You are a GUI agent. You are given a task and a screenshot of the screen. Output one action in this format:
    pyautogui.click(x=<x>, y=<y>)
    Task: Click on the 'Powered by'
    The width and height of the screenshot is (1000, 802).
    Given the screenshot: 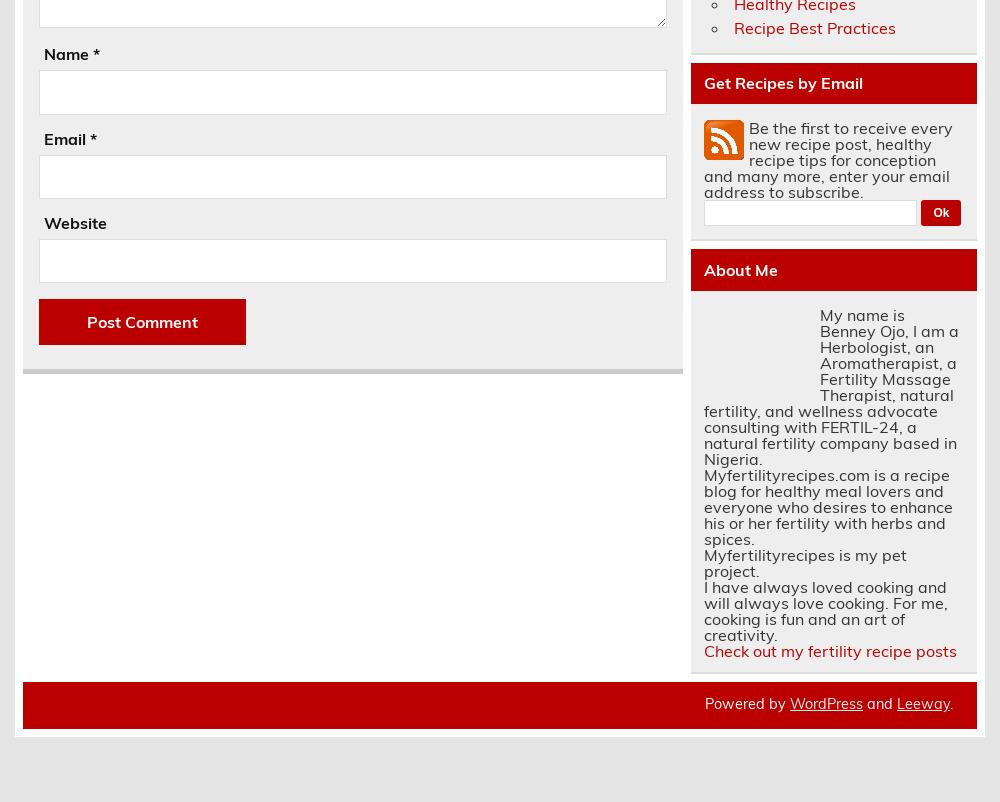 What is the action you would take?
    pyautogui.click(x=746, y=702)
    